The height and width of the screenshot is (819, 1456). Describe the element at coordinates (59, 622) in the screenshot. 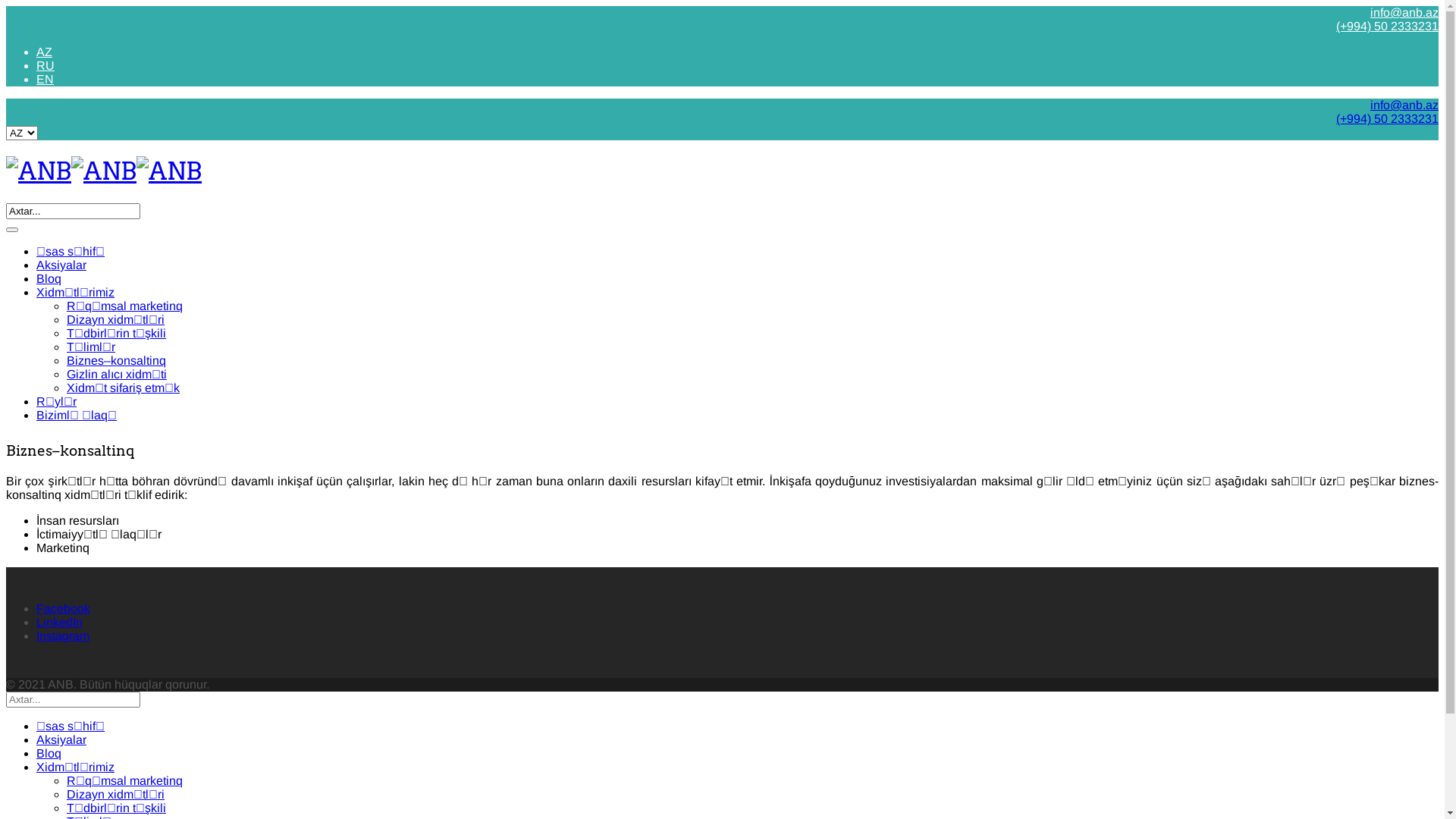

I see `'LinkedIn'` at that location.